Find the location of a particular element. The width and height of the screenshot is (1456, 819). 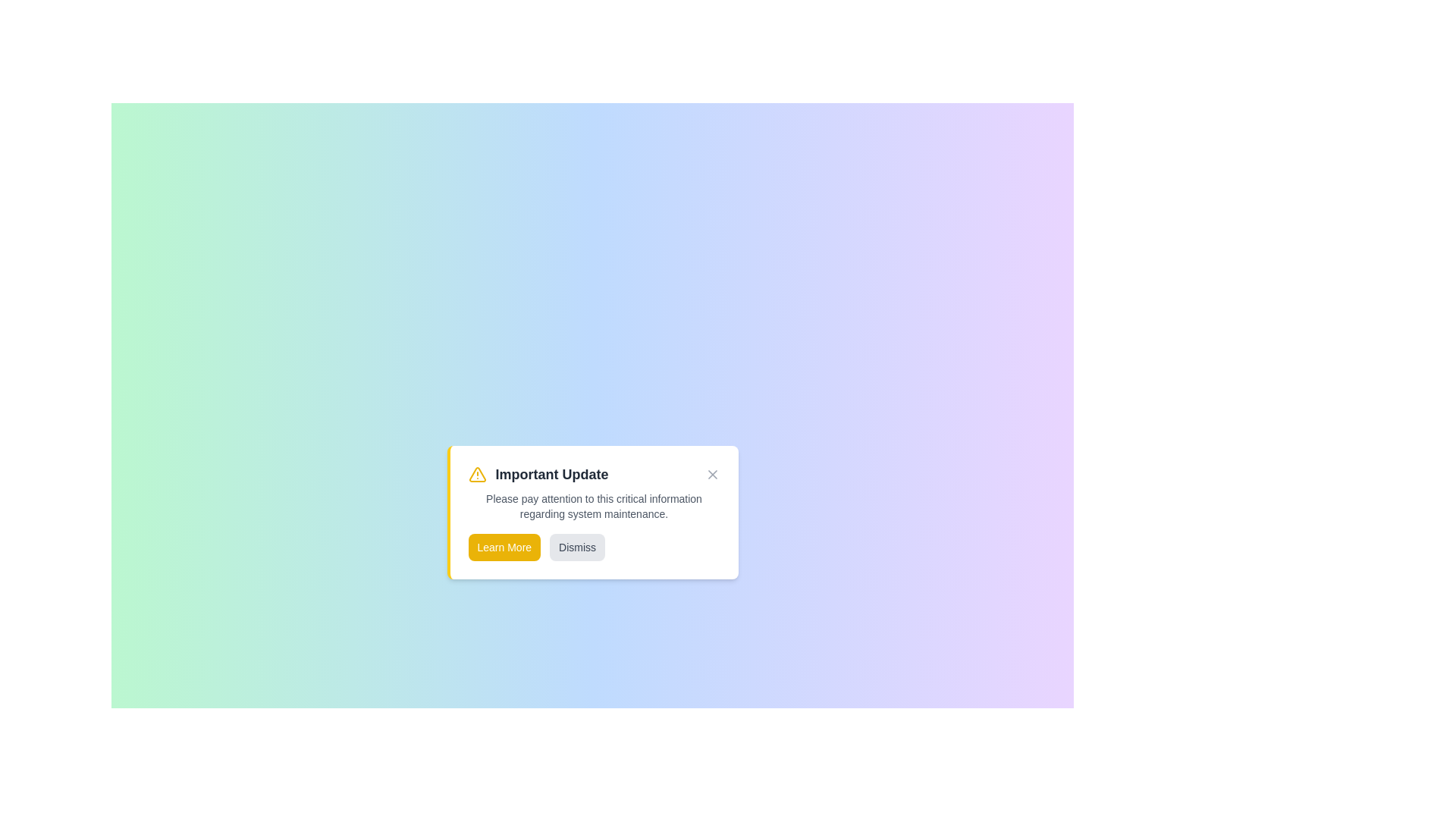

the 'Learn More' button to proceed with the alert details is located at coordinates (504, 547).